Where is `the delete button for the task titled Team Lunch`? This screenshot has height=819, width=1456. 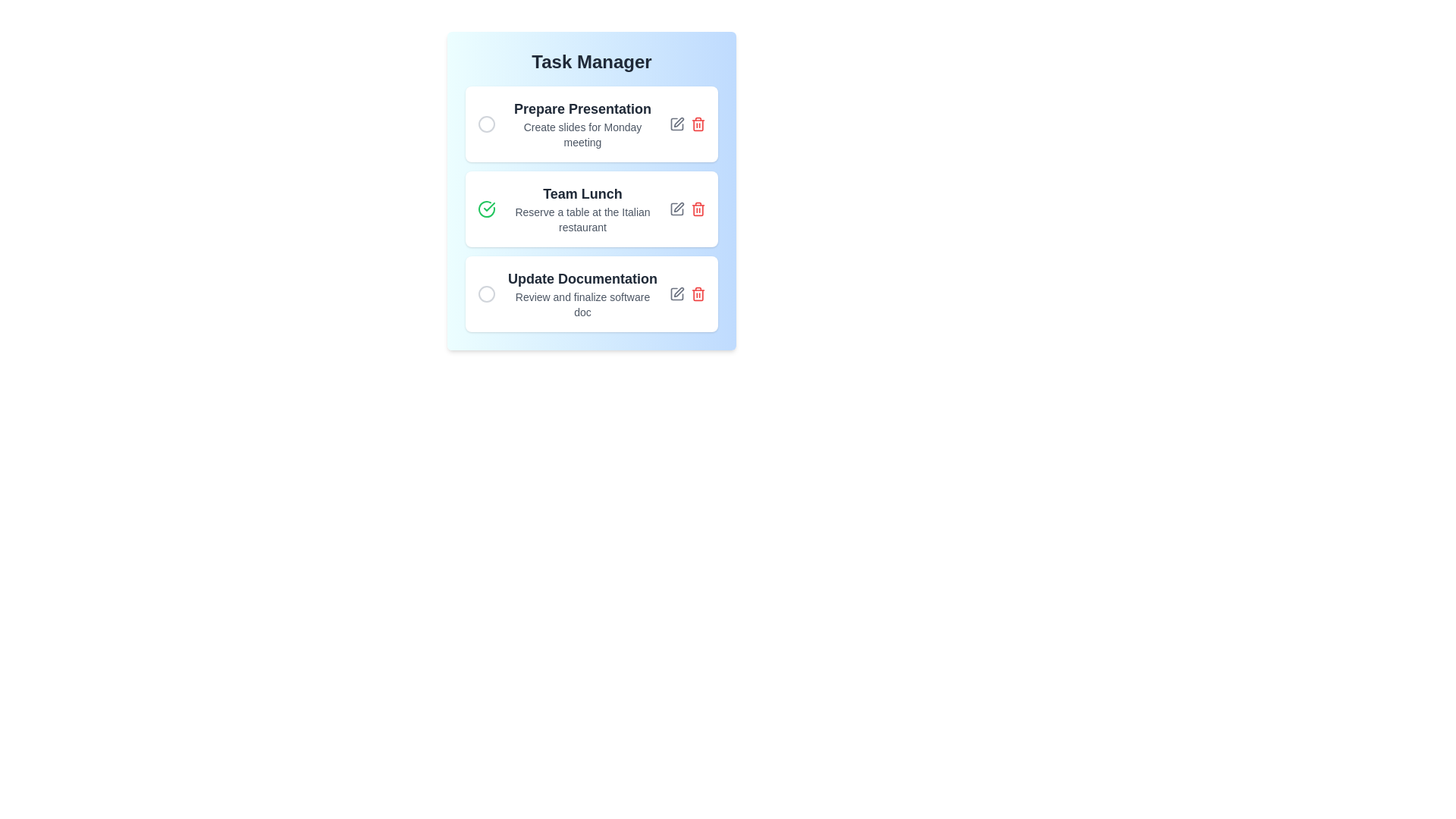
the delete button for the task titled Team Lunch is located at coordinates (698, 209).